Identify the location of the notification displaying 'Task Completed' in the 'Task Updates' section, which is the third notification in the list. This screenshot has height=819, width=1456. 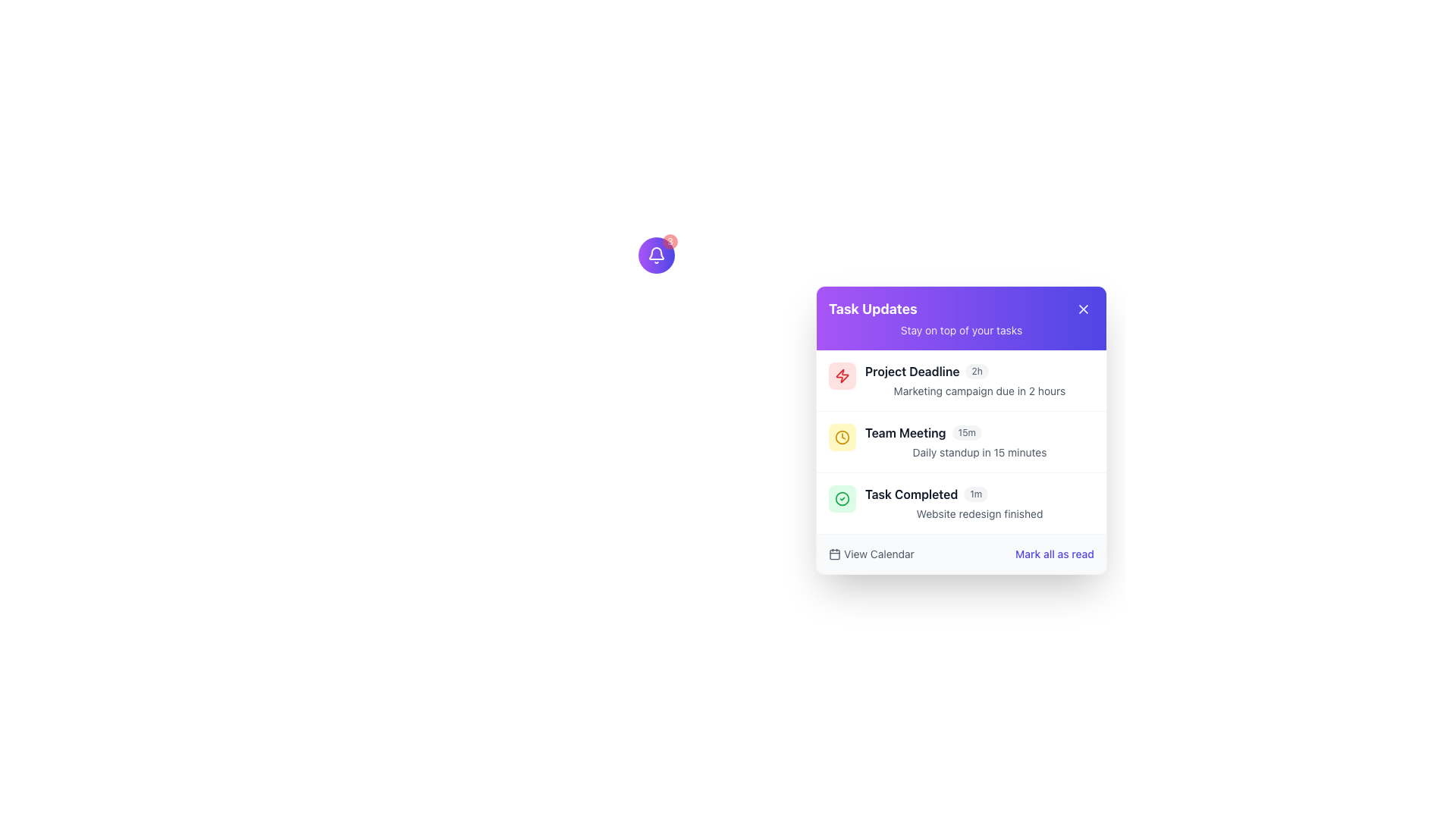
(979, 503).